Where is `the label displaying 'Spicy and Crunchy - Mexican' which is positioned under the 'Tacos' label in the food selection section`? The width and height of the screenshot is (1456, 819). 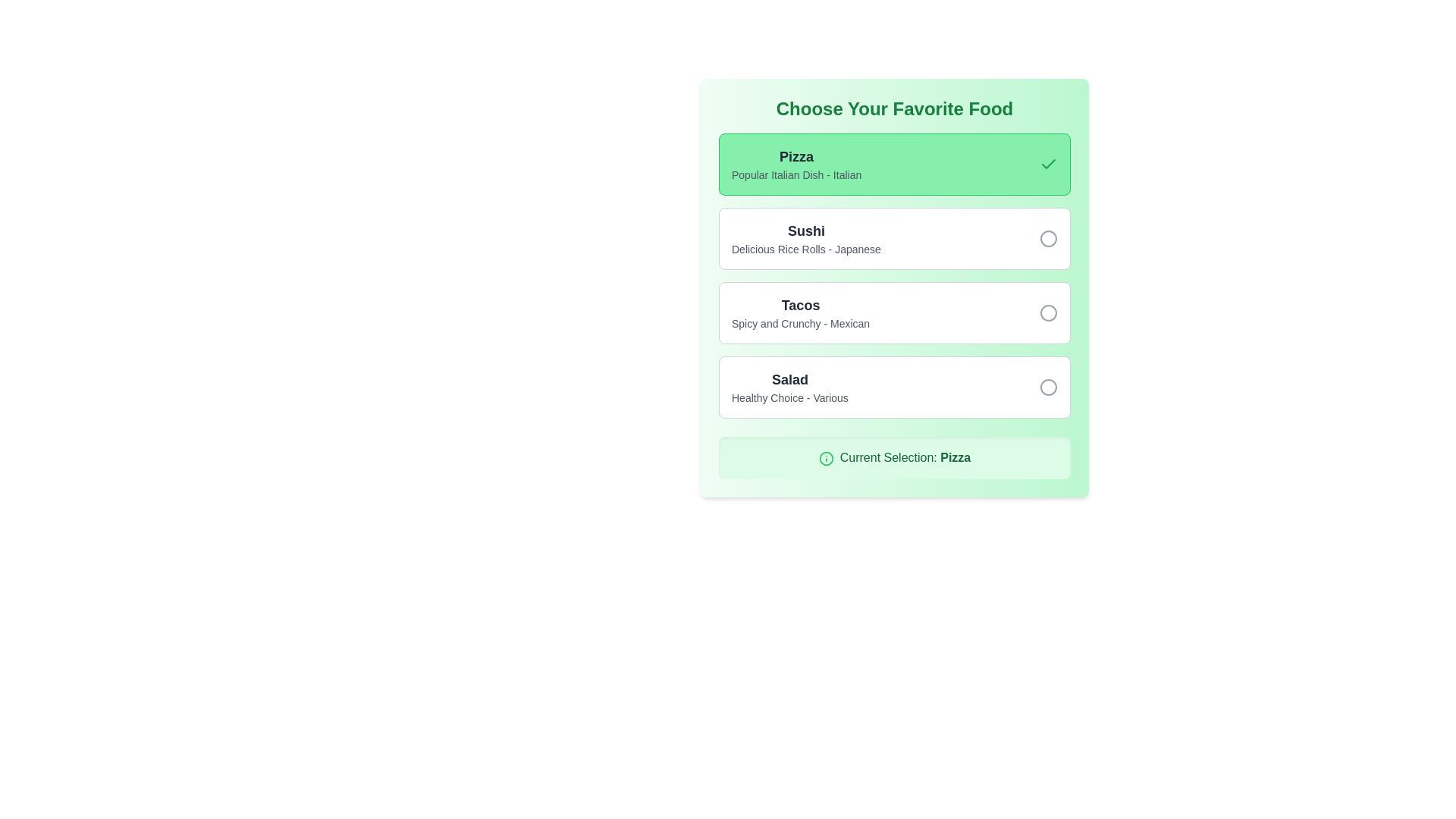
the label displaying 'Spicy and Crunchy - Mexican' which is positioned under the 'Tacos' label in the food selection section is located at coordinates (800, 323).